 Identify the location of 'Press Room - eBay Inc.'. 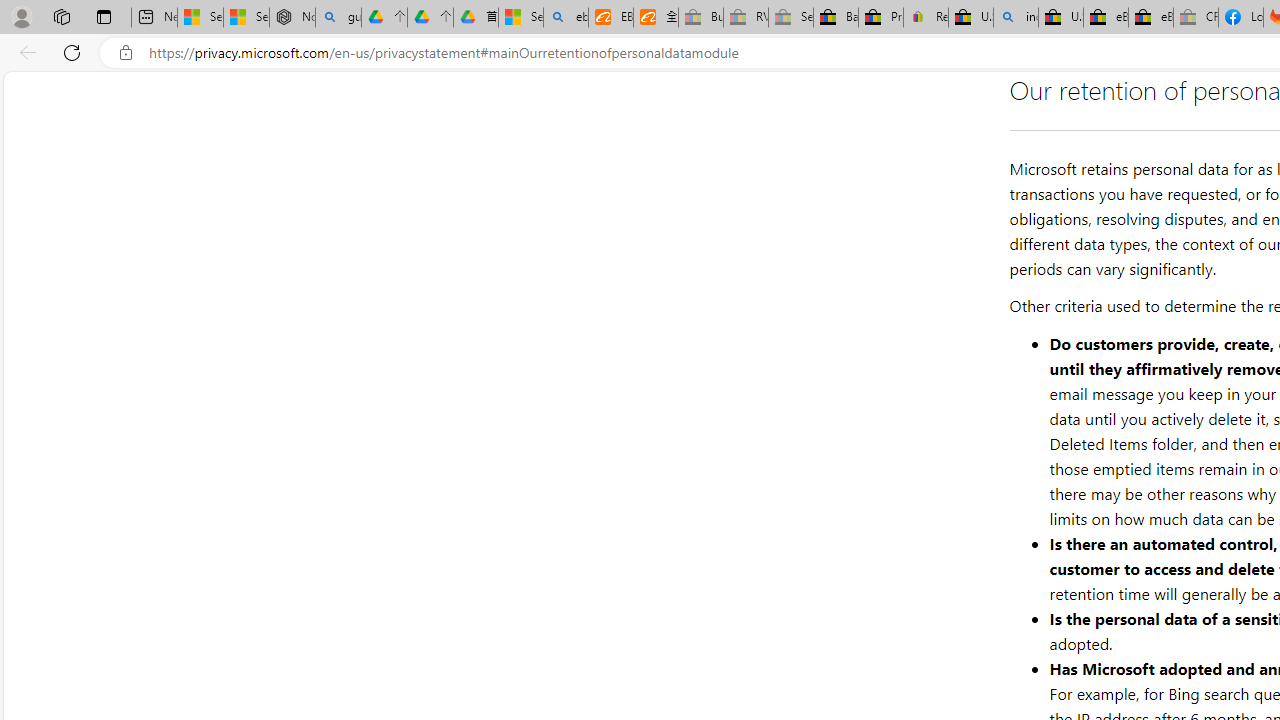
(880, 17).